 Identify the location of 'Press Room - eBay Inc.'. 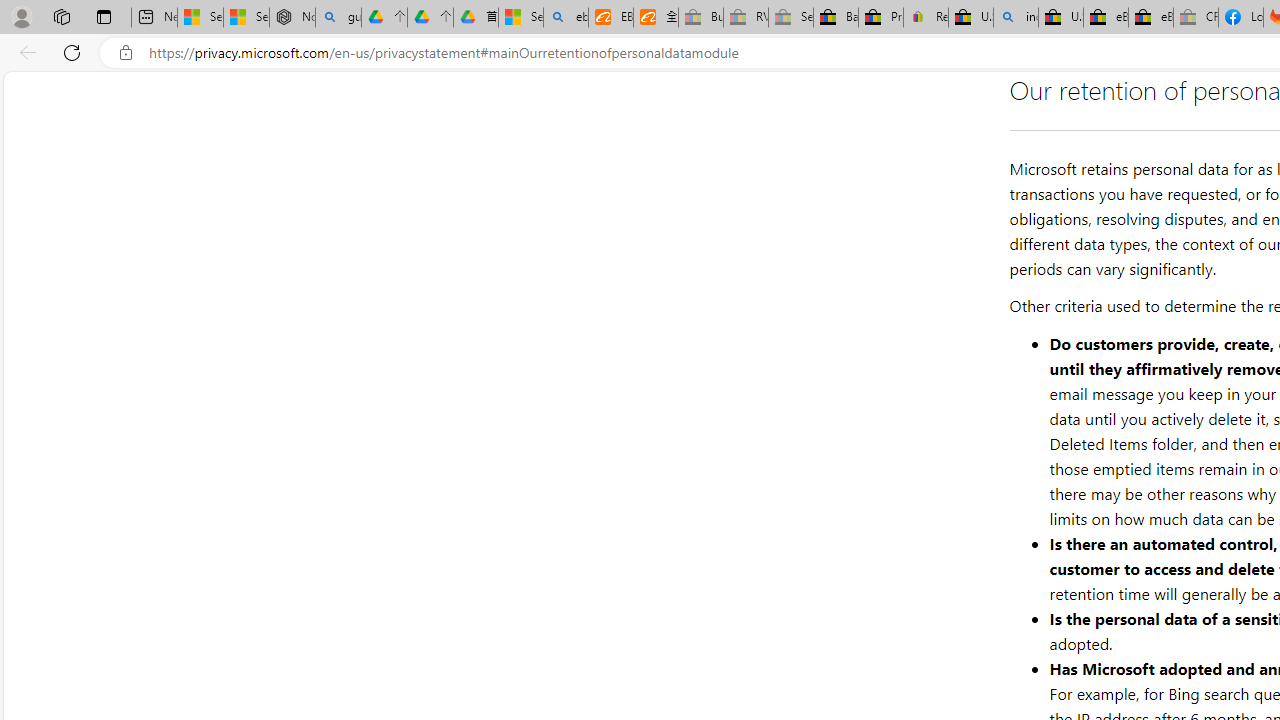
(880, 17).